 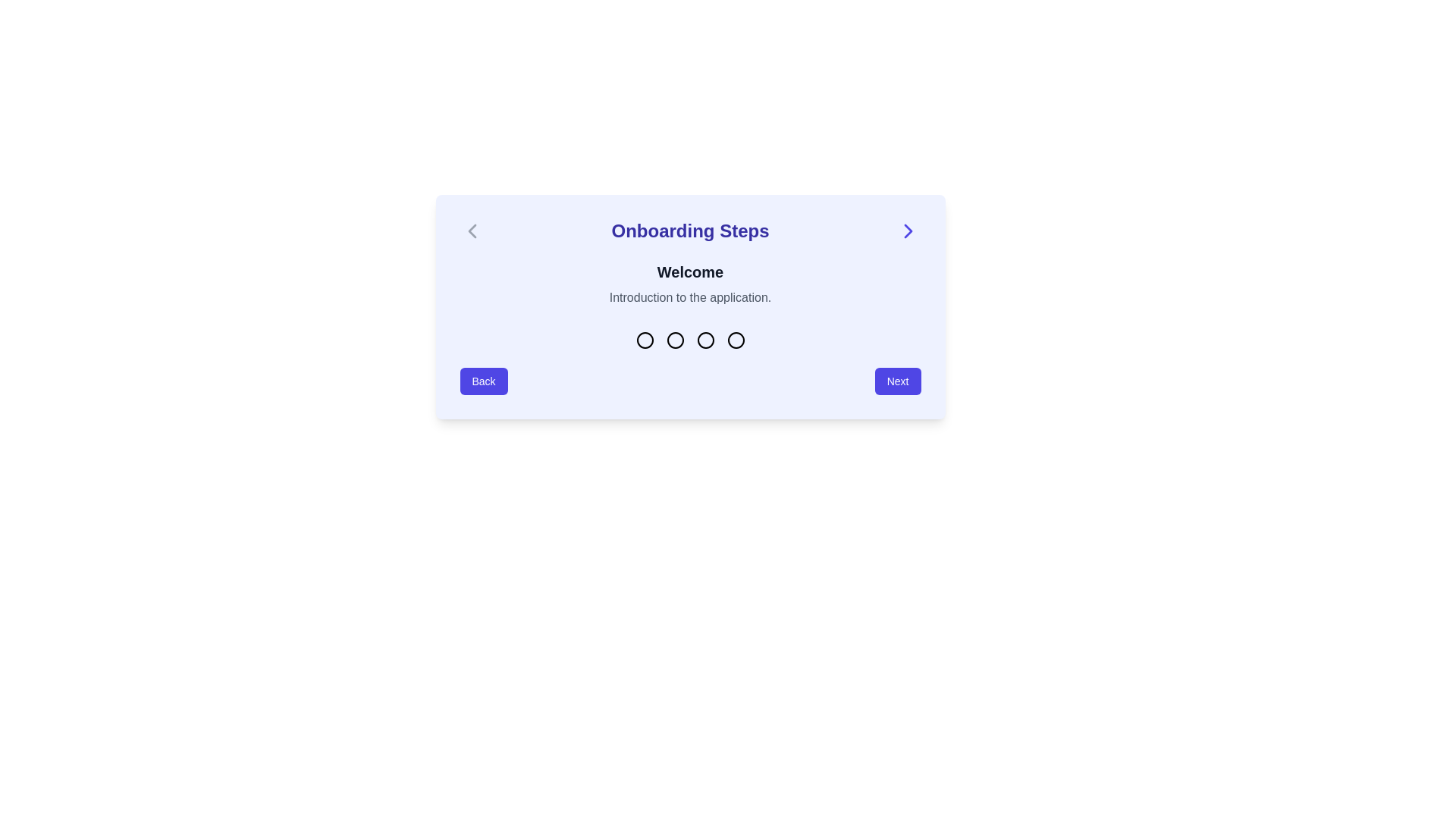 What do you see at coordinates (689, 298) in the screenshot?
I see `the text element that reads 'Introduction to the application.' which is styled in gray and located directly beneath the 'Welcome' heading` at bounding box center [689, 298].